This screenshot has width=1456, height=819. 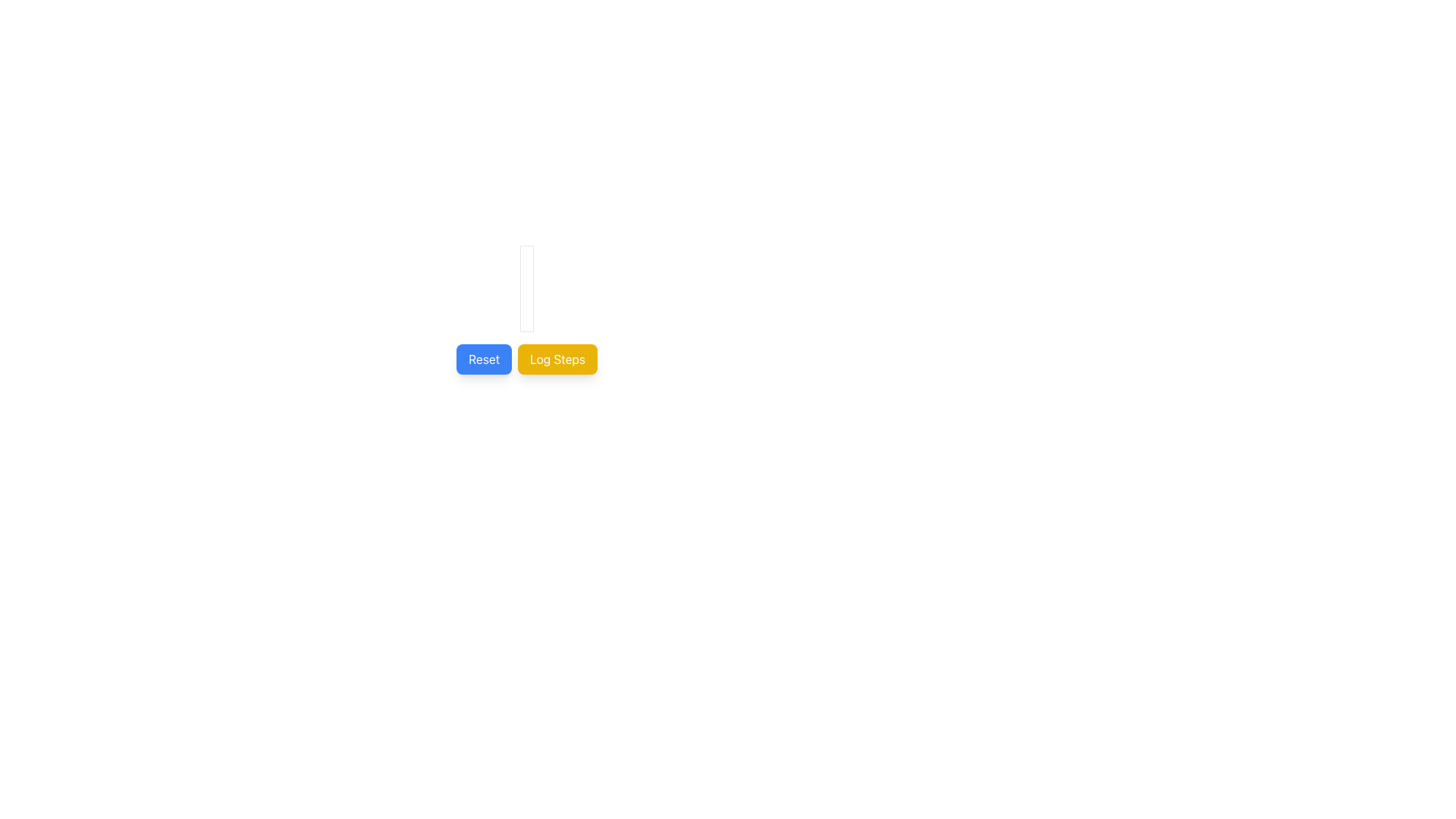 I want to click on to rearrange the circular toggle buttons in the compact grid layout located centrally above the 'Reset' and 'Log Steps' buttons, so click(x=527, y=289).